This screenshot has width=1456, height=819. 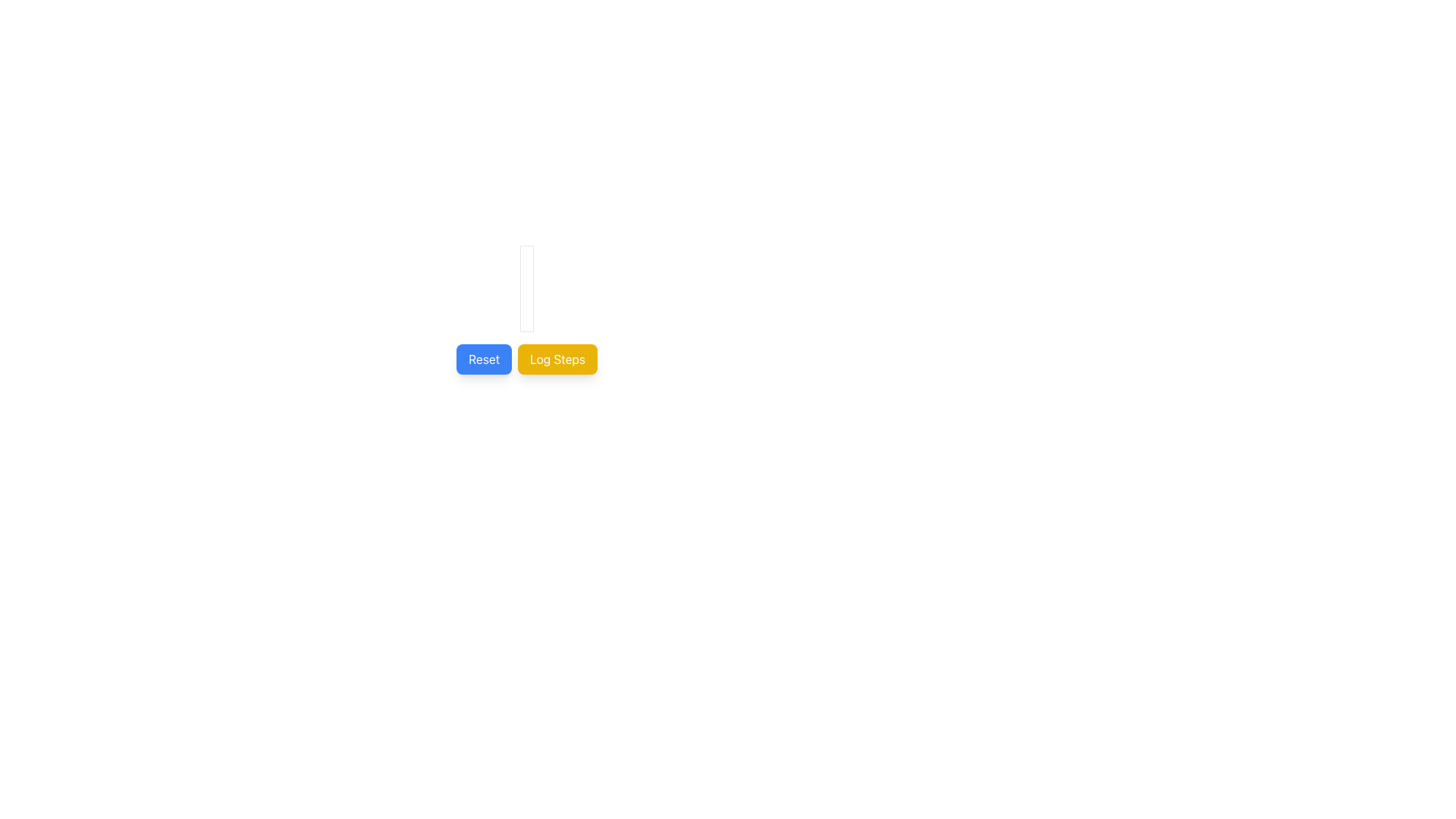 I want to click on to rearrange the circular toggle buttons in the compact grid layout located centrally above the 'Reset' and 'Log Steps' buttons, so click(x=527, y=289).